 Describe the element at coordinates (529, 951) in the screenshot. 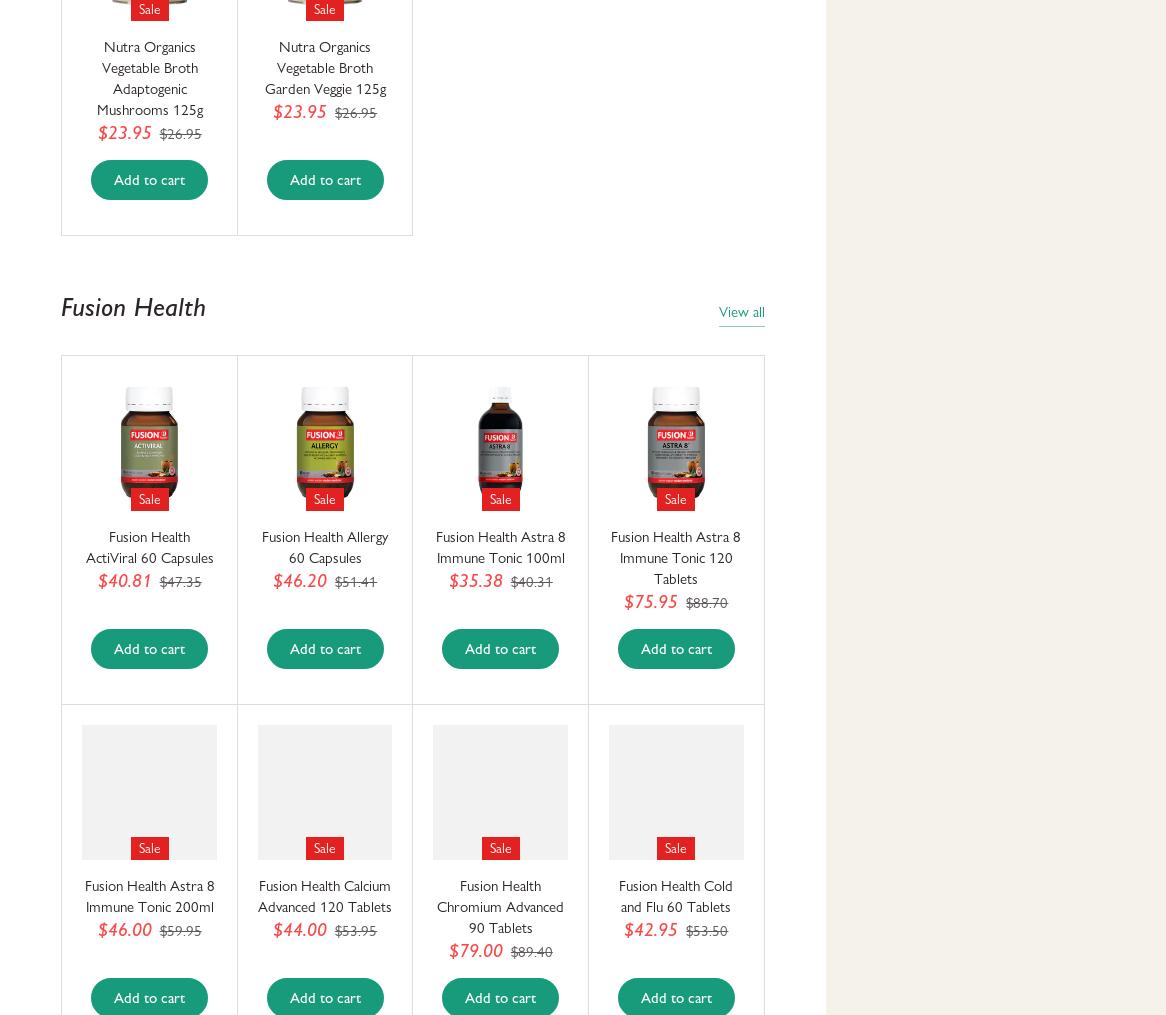

I see `'$89.40'` at that location.